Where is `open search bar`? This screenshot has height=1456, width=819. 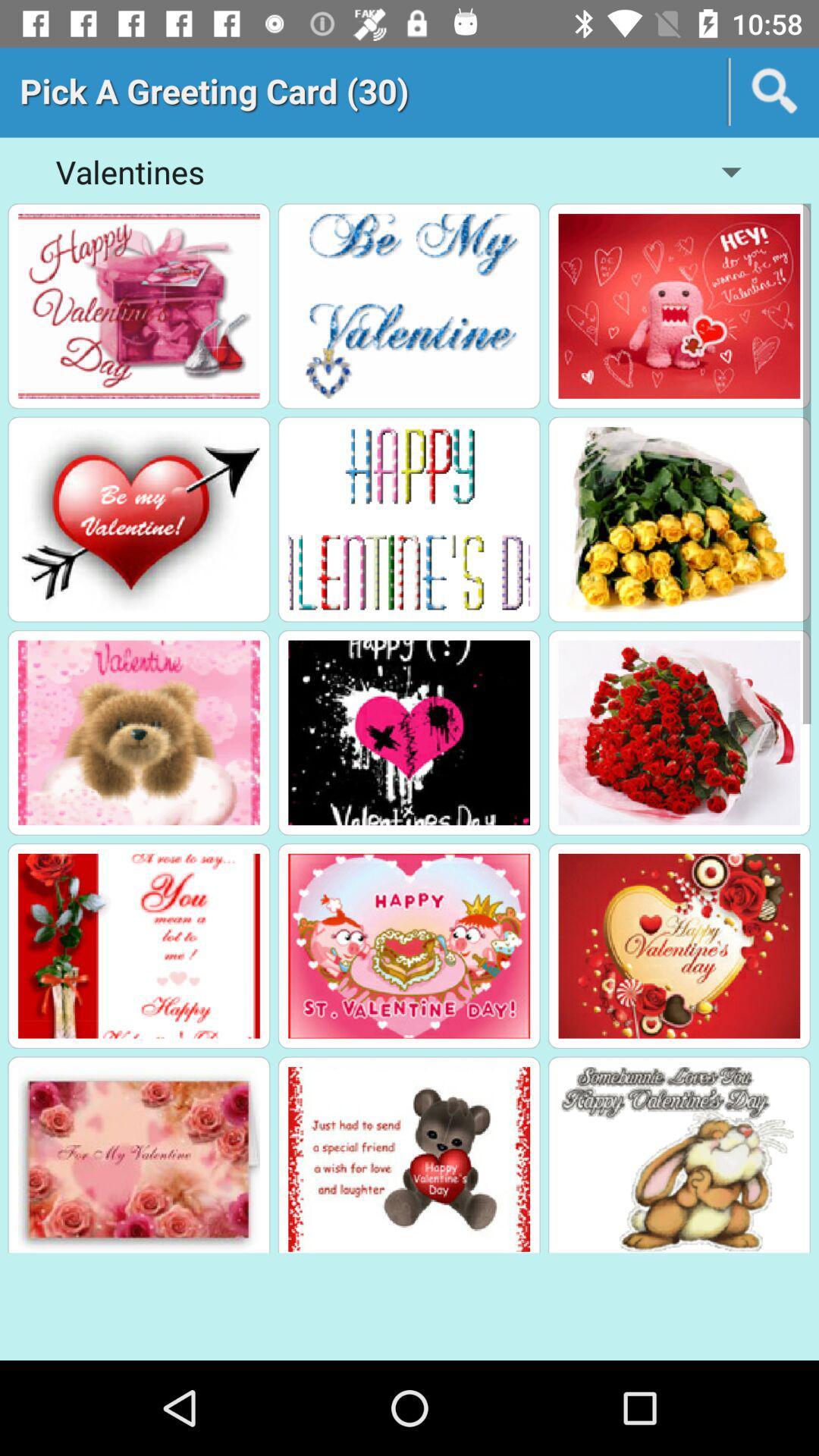
open search bar is located at coordinates (774, 91).